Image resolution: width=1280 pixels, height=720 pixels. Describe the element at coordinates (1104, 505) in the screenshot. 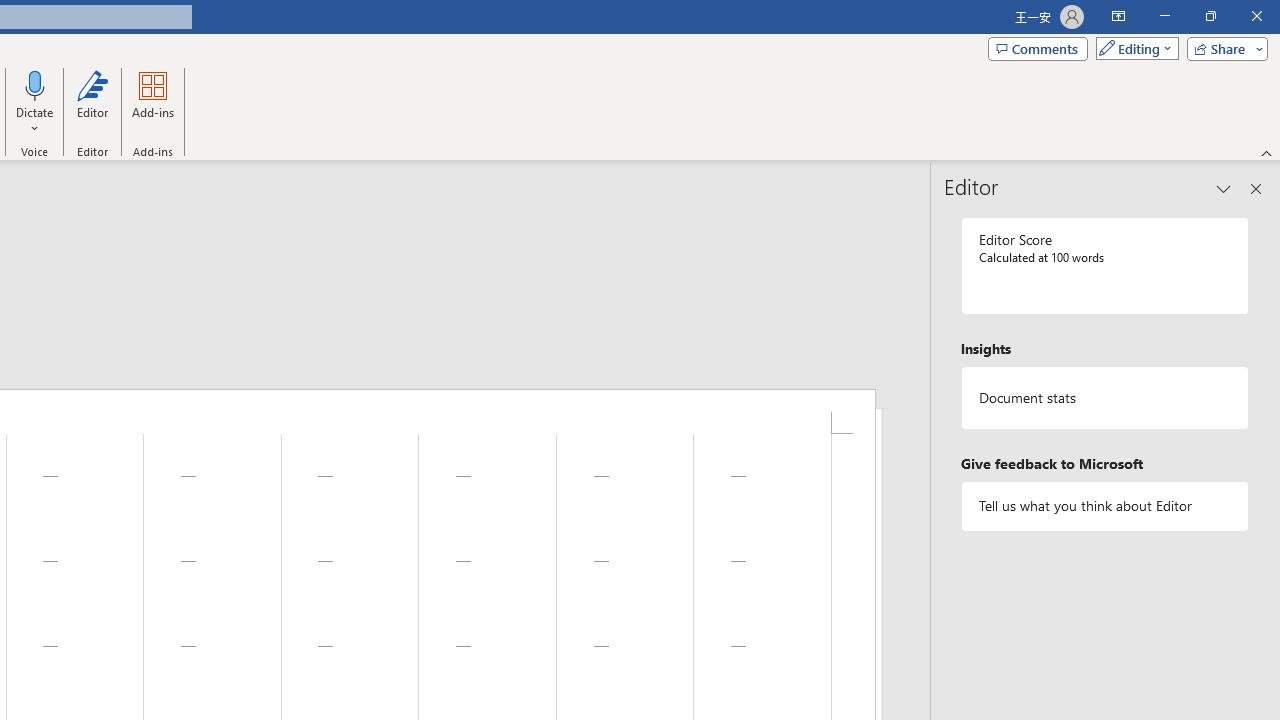

I see `'Tell us what you think about Editor'` at that location.